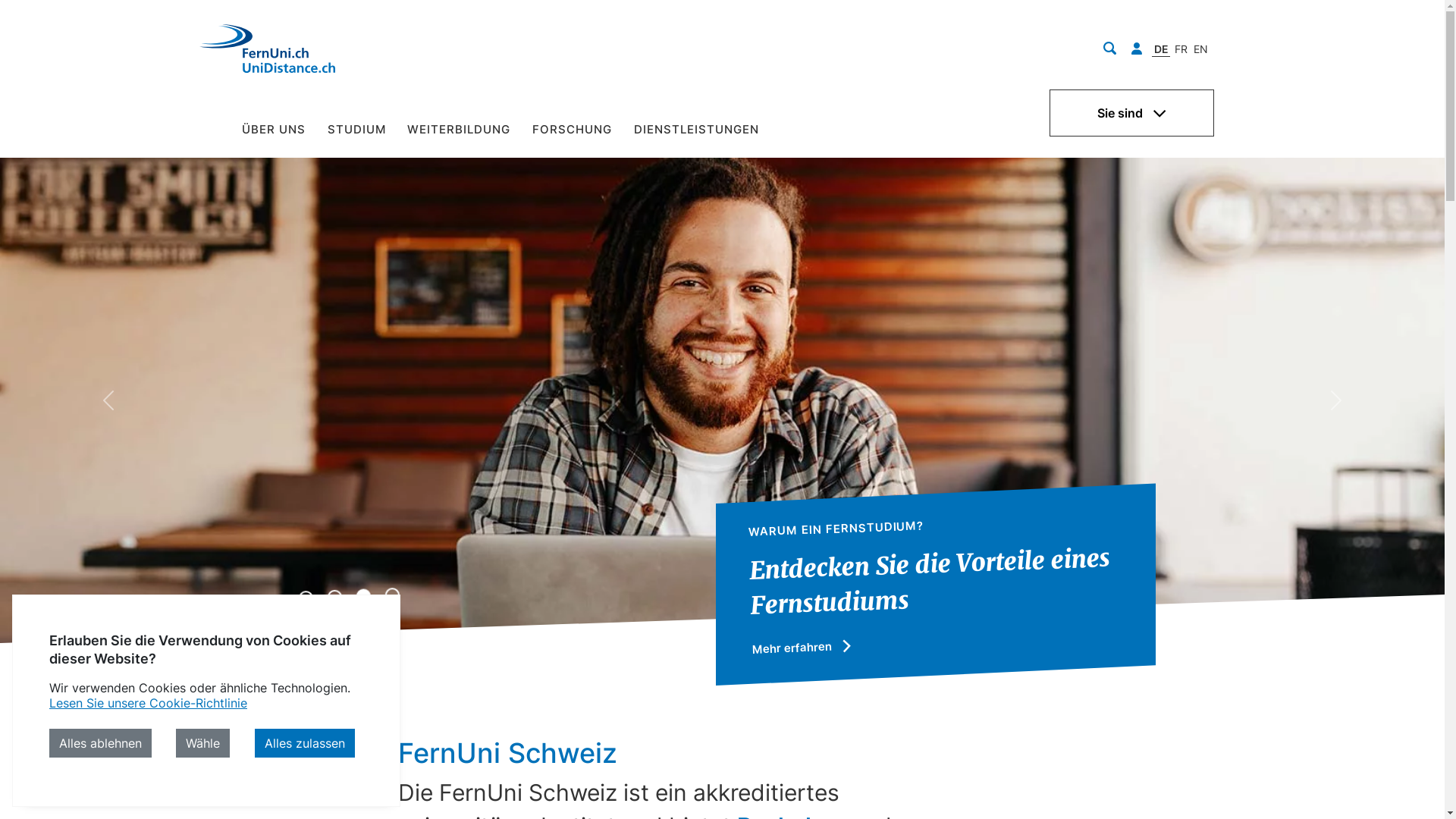 Image resolution: width=1456 pixels, height=819 pixels. I want to click on 'Alles zulassen', so click(255, 742).